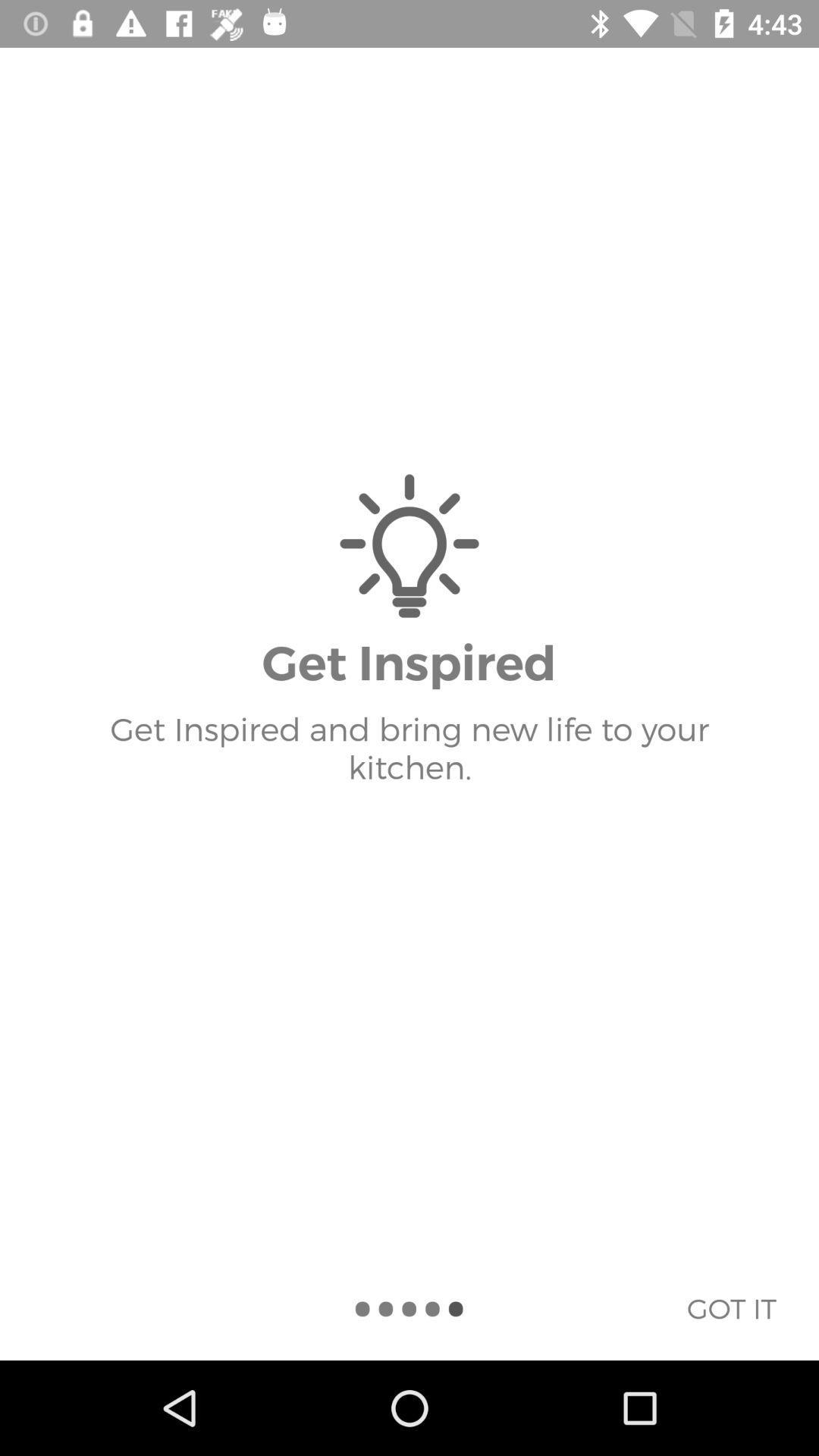  Describe the element at coordinates (730, 1307) in the screenshot. I see `got it at the bottom right corner` at that location.